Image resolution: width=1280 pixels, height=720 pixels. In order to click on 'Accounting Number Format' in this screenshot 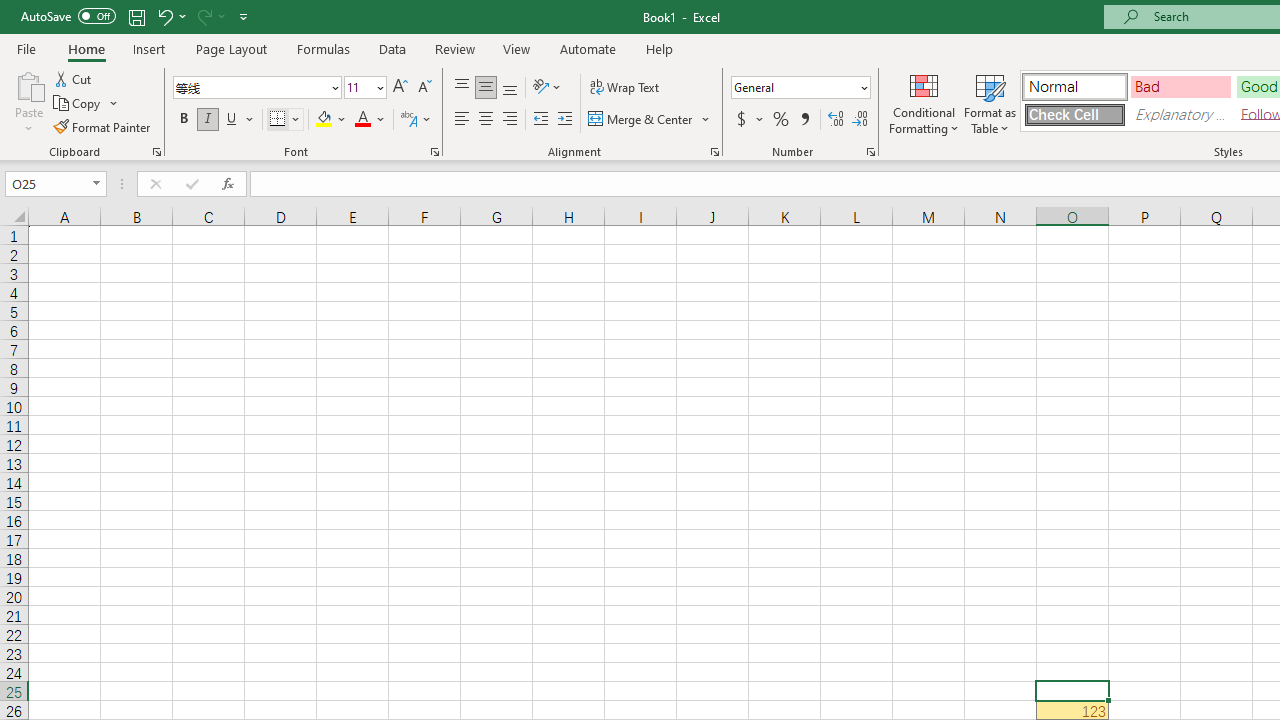, I will do `click(748, 119)`.